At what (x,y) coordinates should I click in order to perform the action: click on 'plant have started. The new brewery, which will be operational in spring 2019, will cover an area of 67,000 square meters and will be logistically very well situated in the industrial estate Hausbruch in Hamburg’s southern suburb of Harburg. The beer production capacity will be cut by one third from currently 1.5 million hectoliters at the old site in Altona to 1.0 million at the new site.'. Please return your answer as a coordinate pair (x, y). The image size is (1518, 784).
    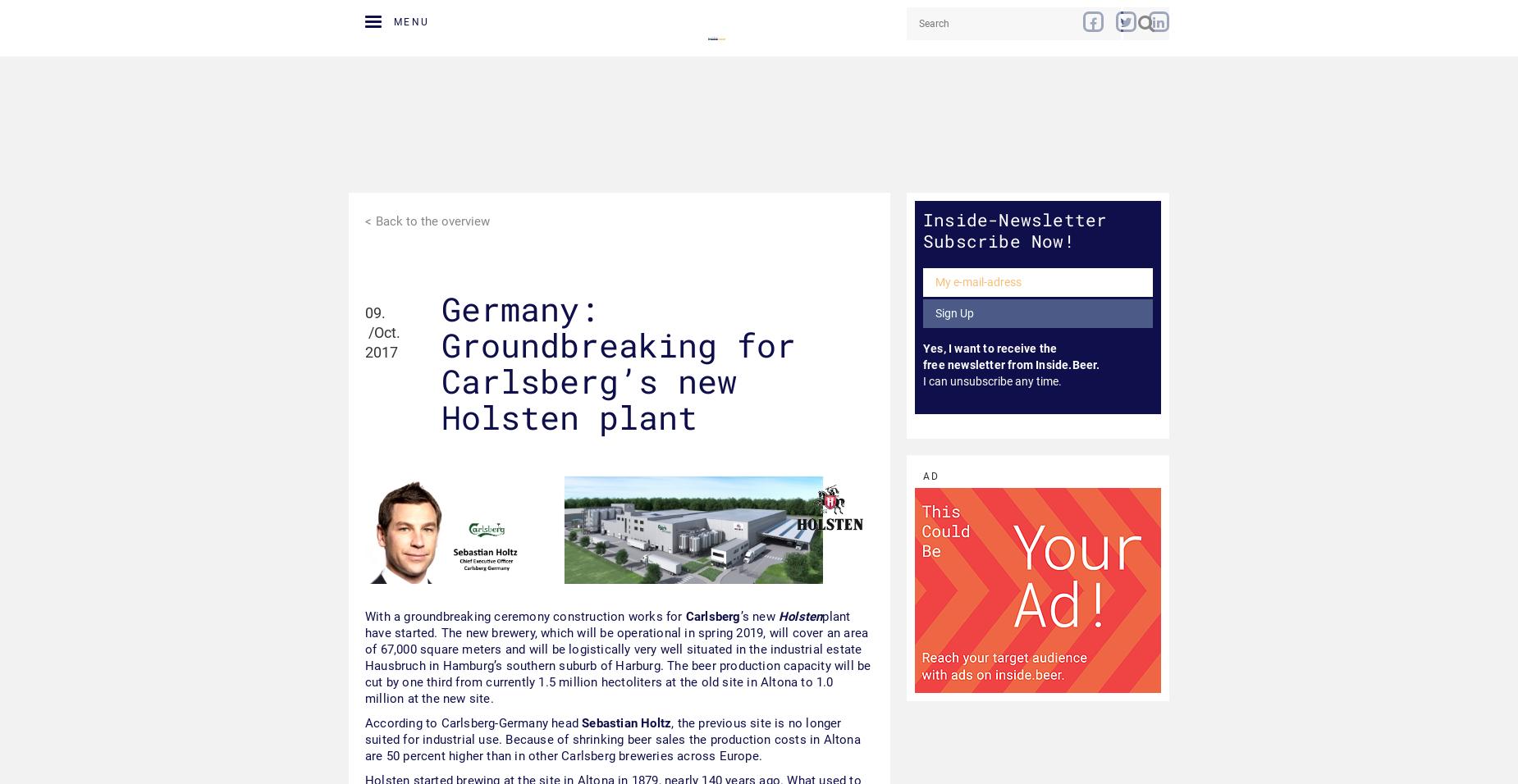
    Looking at the image, I should click on (617, 656).